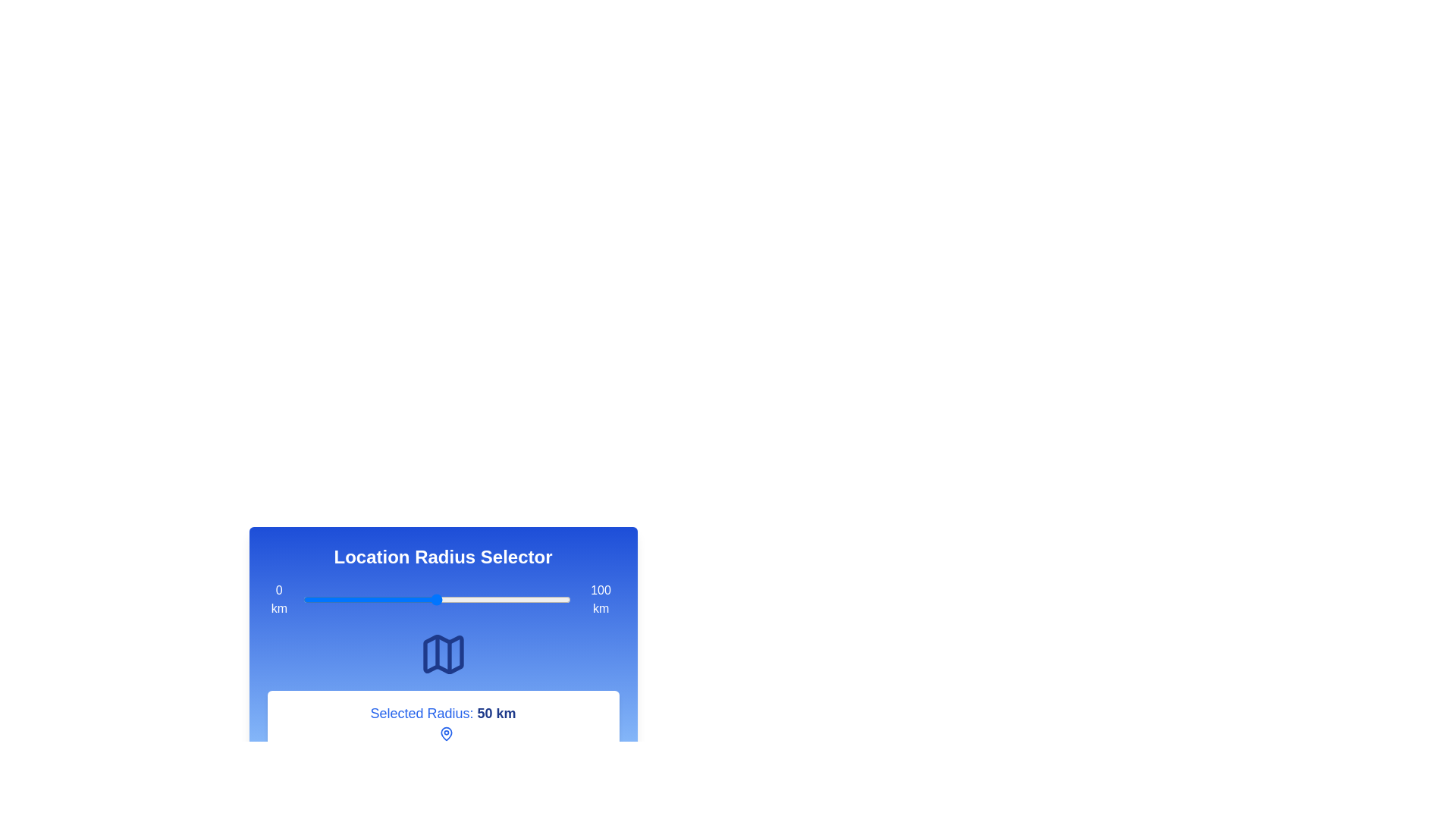 Image resolution: width=1456 pixels, height=819 pixels. I want to click on the range slider to set the radius to 10 km, so click(329, 598).